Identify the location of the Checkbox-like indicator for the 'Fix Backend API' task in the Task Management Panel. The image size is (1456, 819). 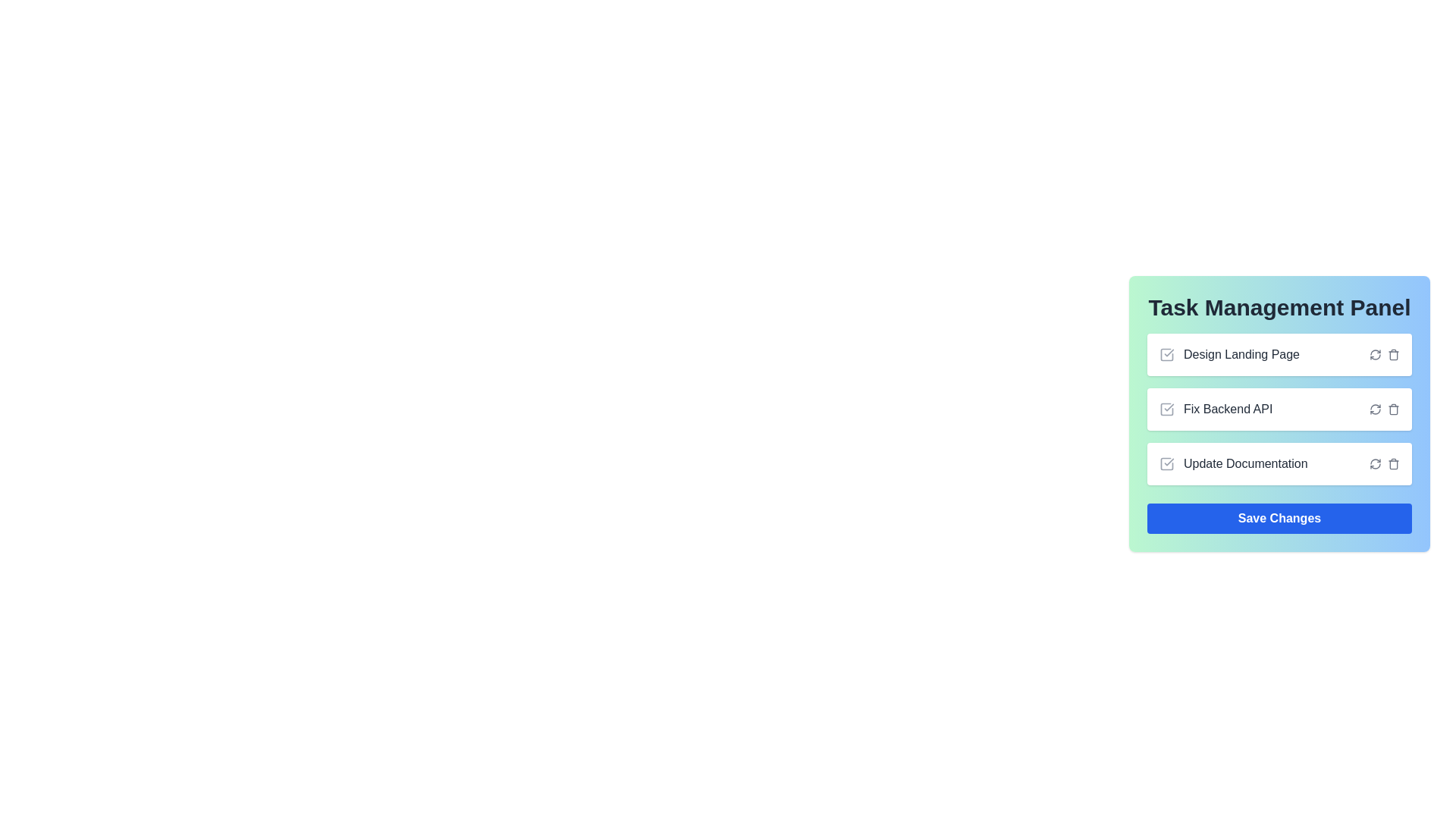
(1166, 409).